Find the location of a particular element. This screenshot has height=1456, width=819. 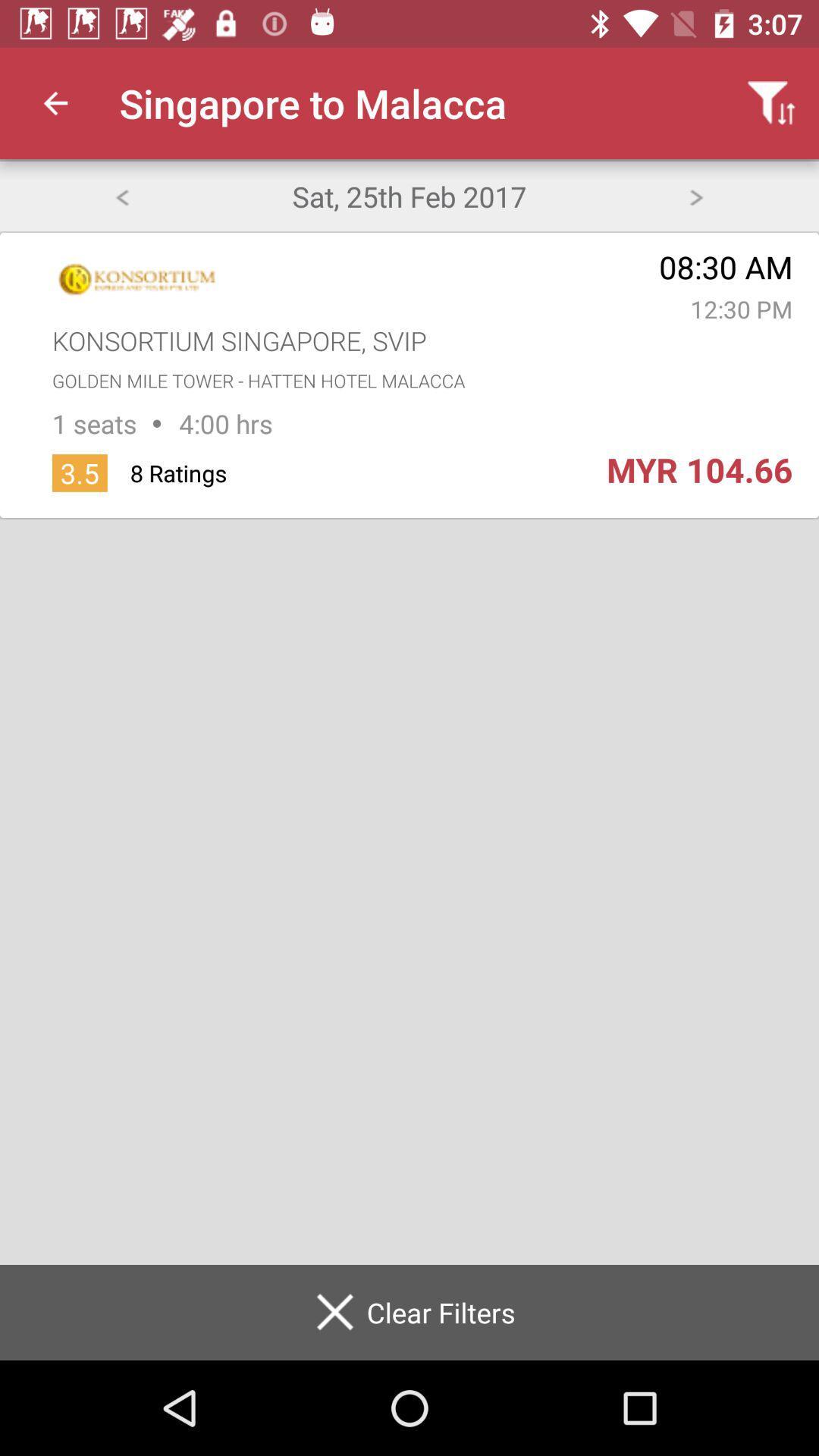

forward one day is located at coordinates (696, 195).